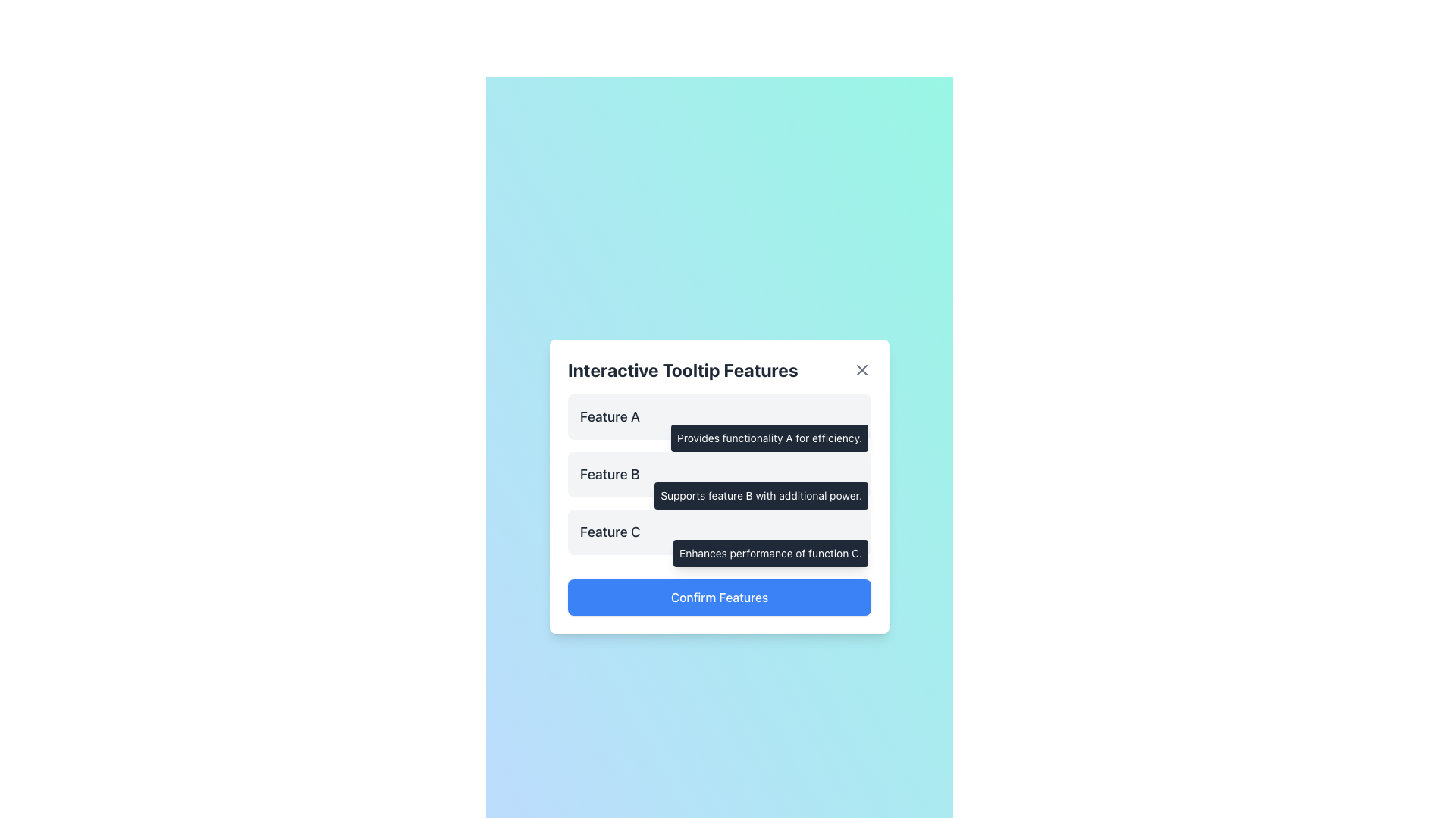 The image size is (1456, 819). What do you see at coordinates (770, 553) in the screenshot?
I see `the dark gray rectangular tooltip with white text that reads 'Enhances performance of function C', located to the right of the feature labeled 'Feature C'` at bounding box center [770, 553].